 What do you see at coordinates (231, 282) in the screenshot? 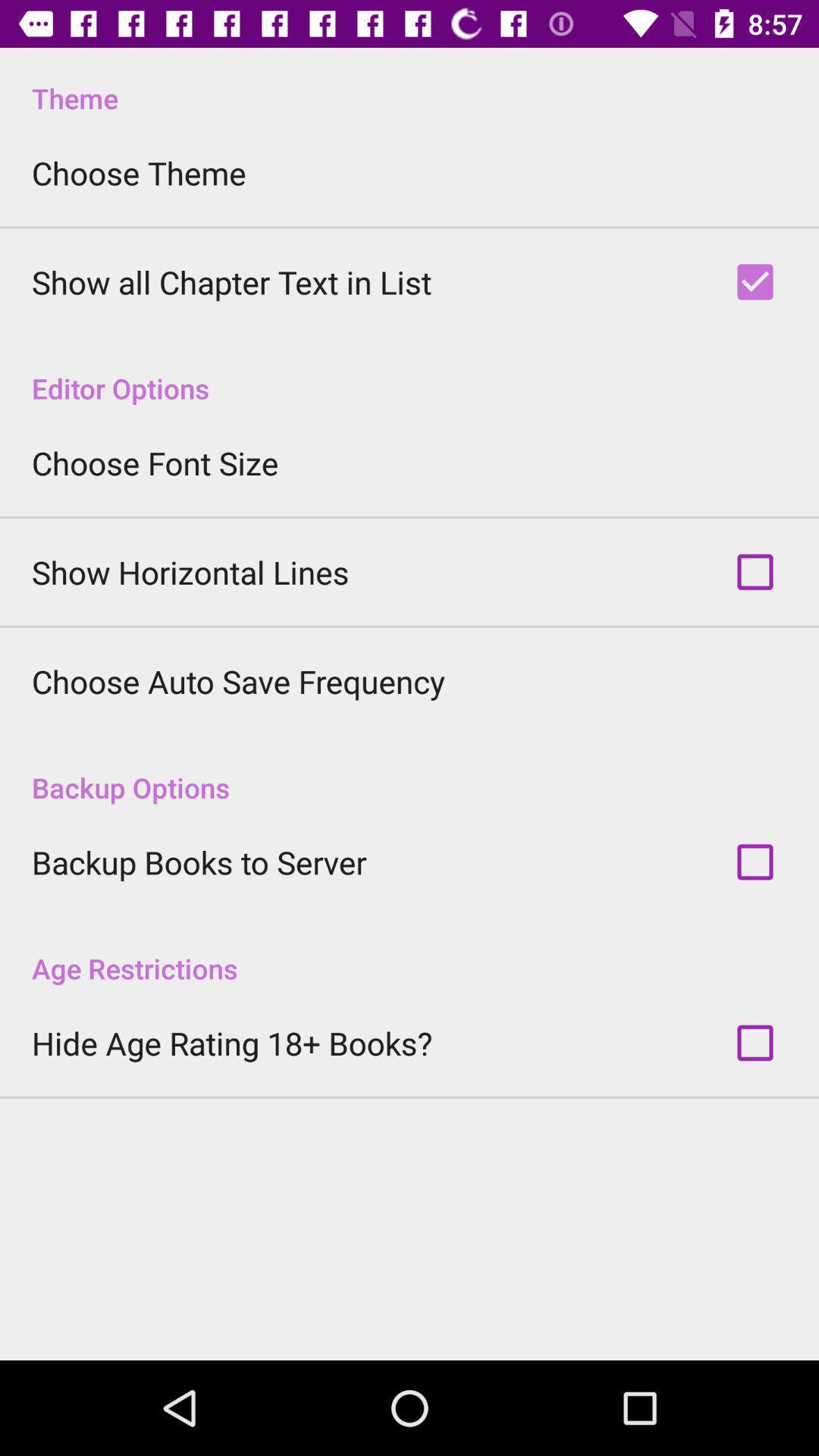
I see `the item below the choose theme` at bounding box center [231, 282].